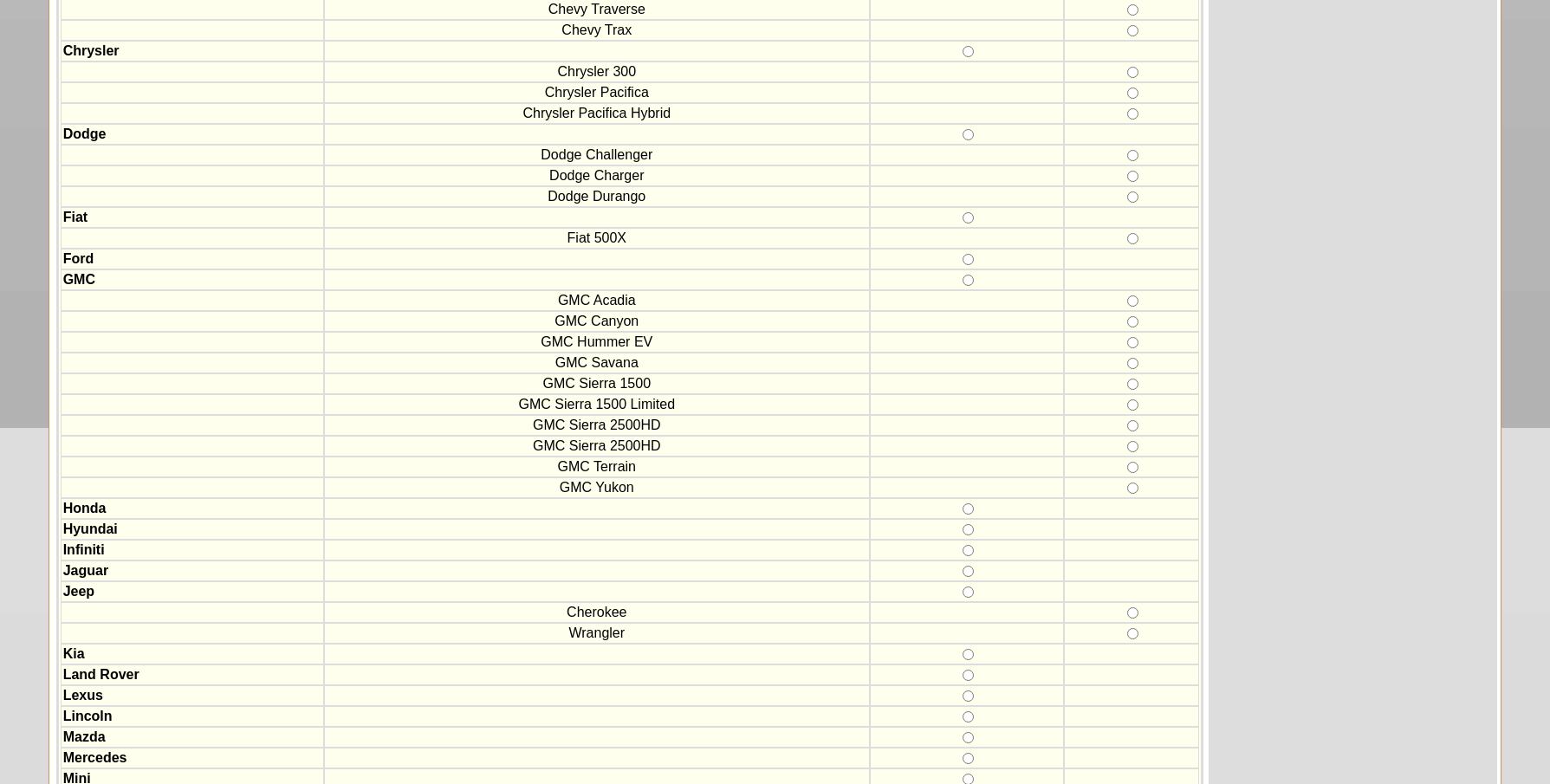 The image size is (1550, 784). What do you see at coordinates (85, 570) in the screenshot?
I see `'Jaguar'` at bounding box center [85, 570].